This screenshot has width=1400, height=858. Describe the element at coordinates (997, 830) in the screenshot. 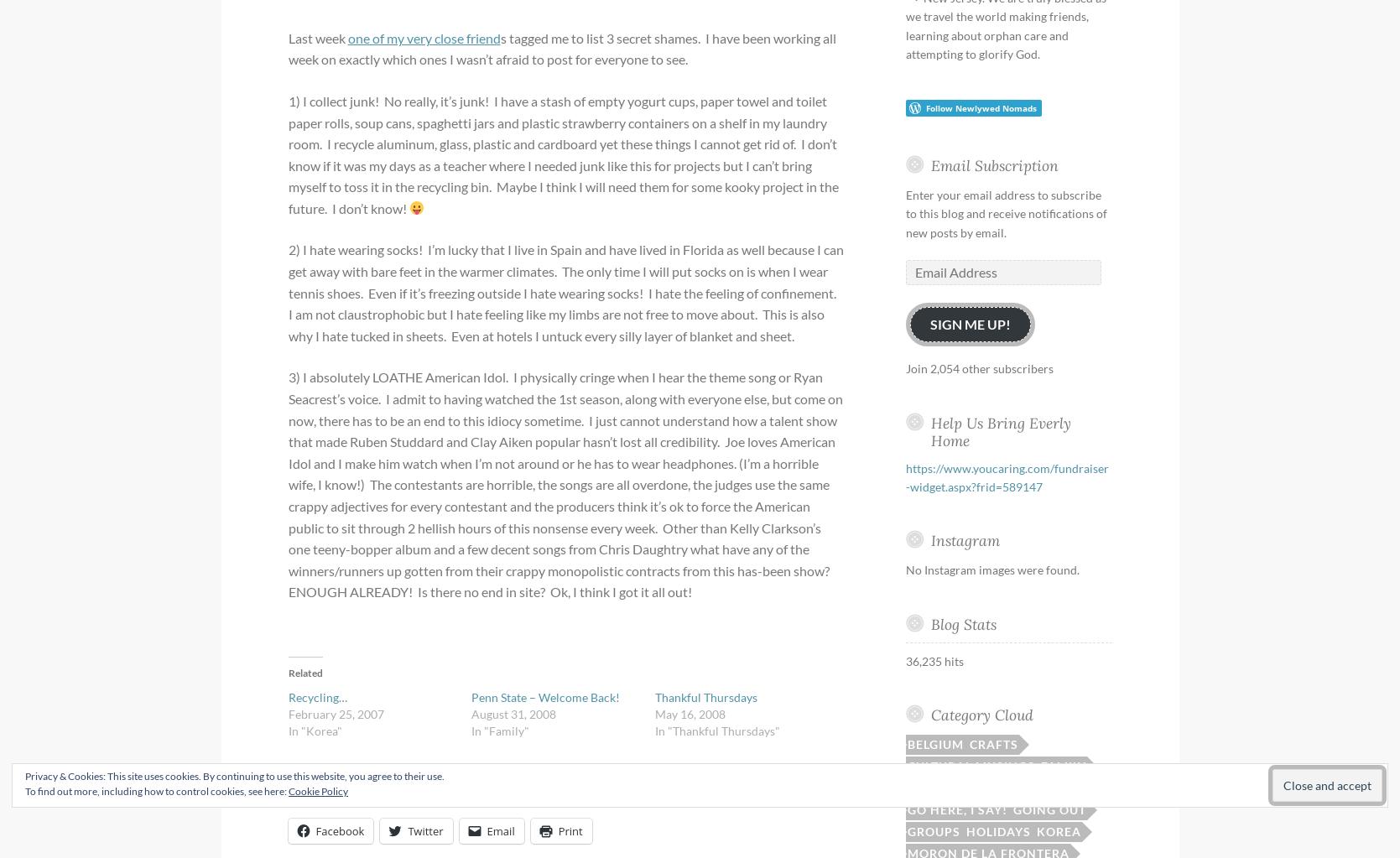

I see `'Holidays'` at that location.